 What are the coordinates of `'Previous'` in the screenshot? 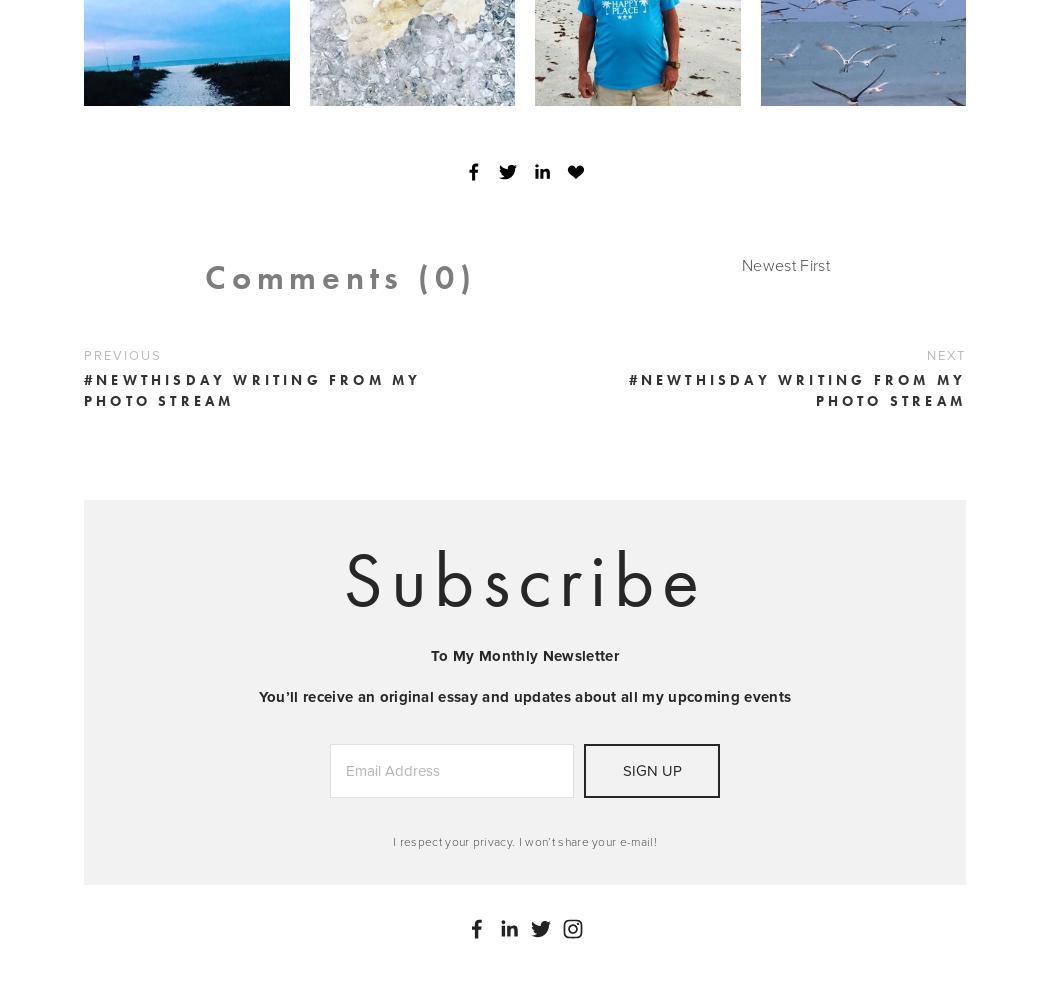 It's located at (121, 354).